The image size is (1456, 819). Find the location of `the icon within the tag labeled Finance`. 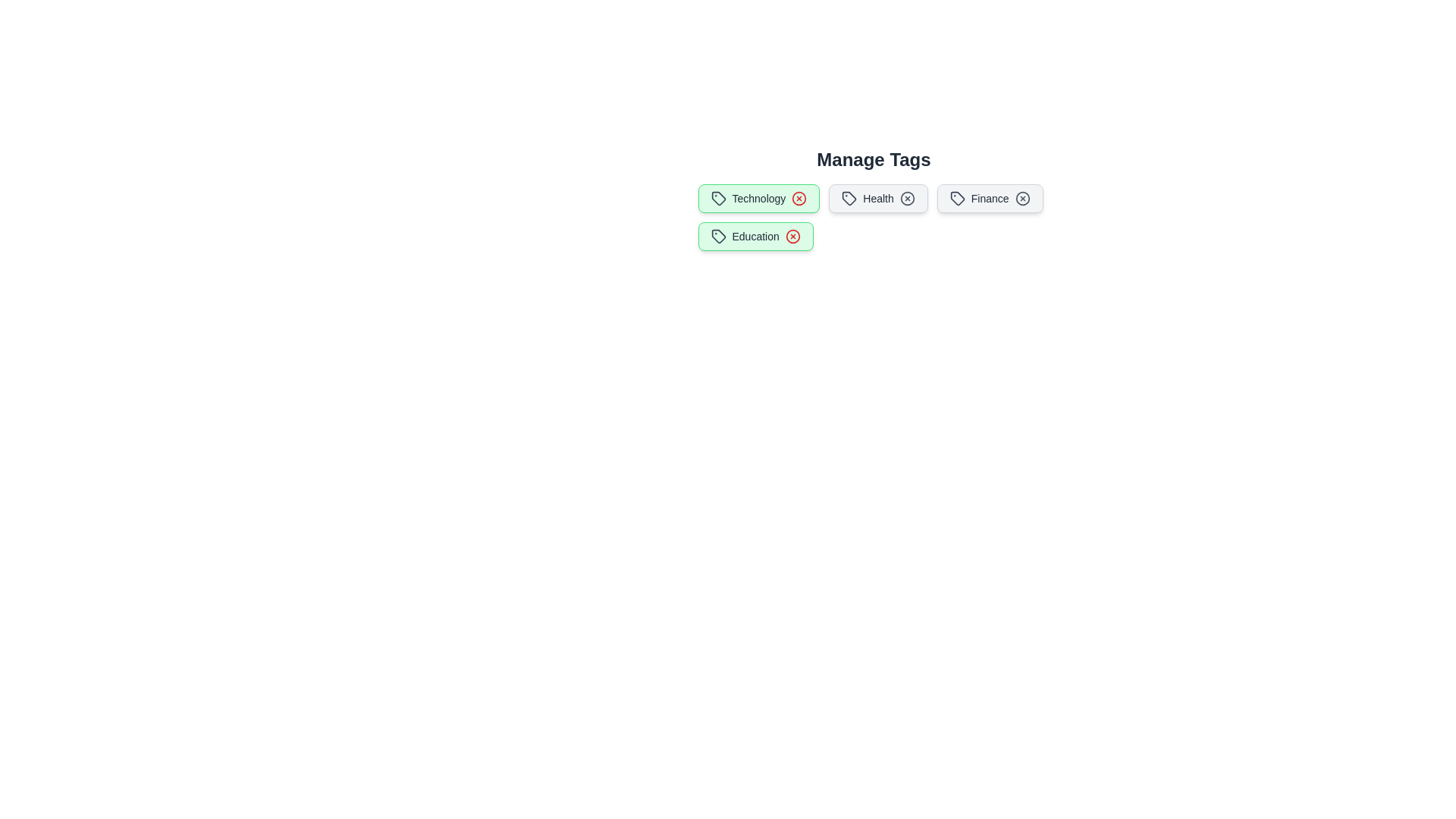

the icon within the tag labeled Finance is located at coordinates (956, 198).